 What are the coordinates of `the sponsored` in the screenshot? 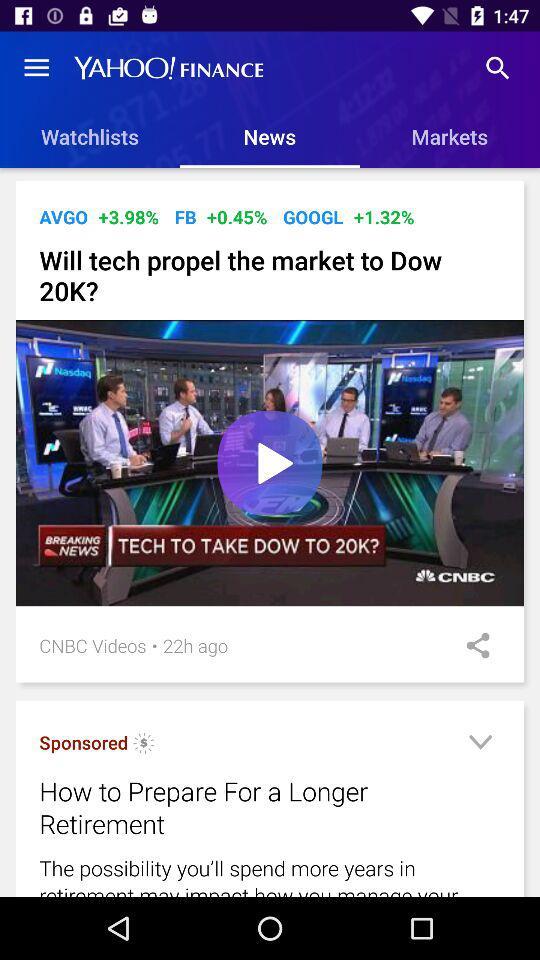 It's located at (82, 741).